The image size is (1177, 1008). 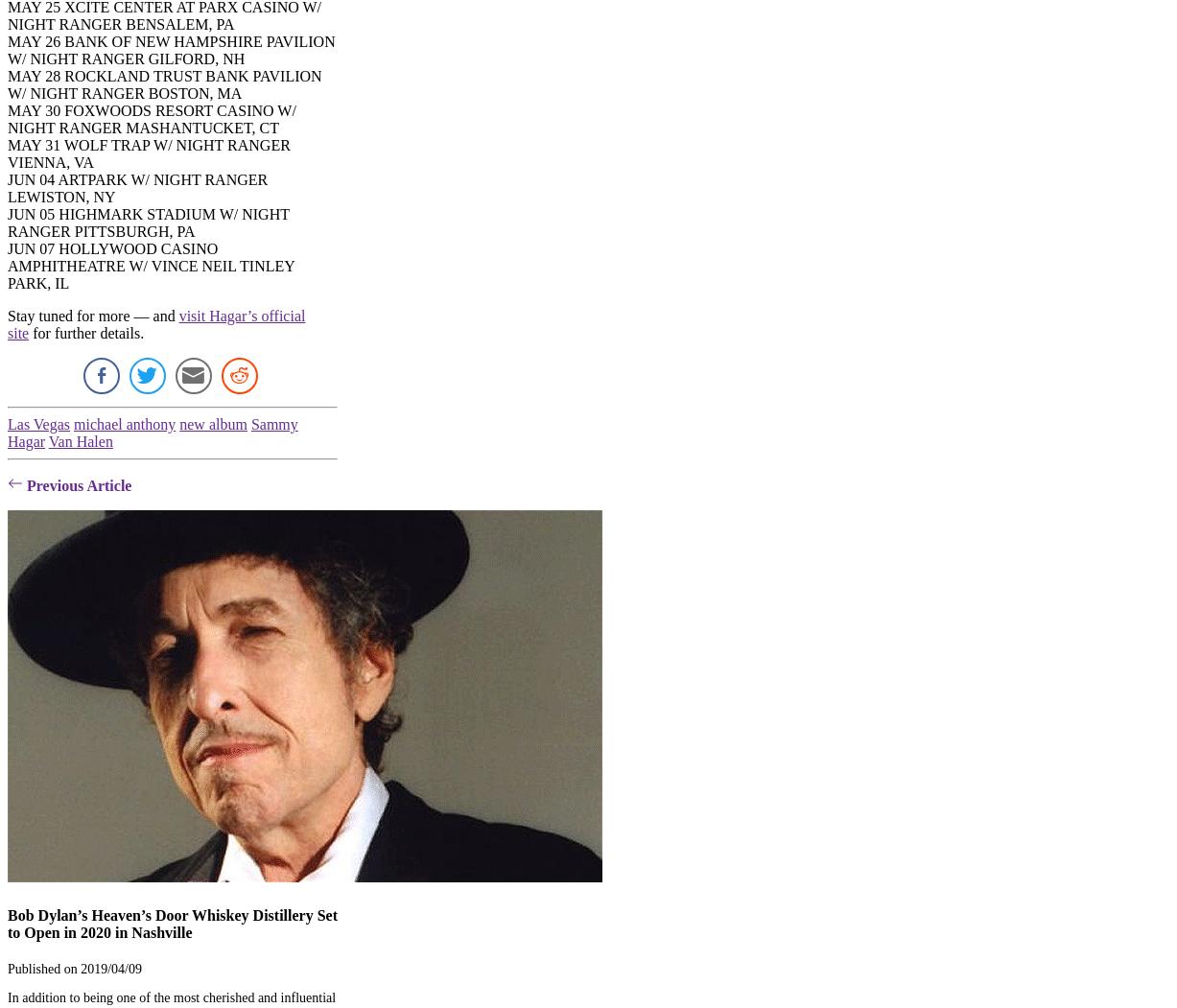 What do you see at coordinates (7, 922) in the screenshot?
I see `'Bob Dylan’s Heaven’s Door Whiskey Distillery Set to Open in 2020 in Nashville'` at bounding box center [7, 922].